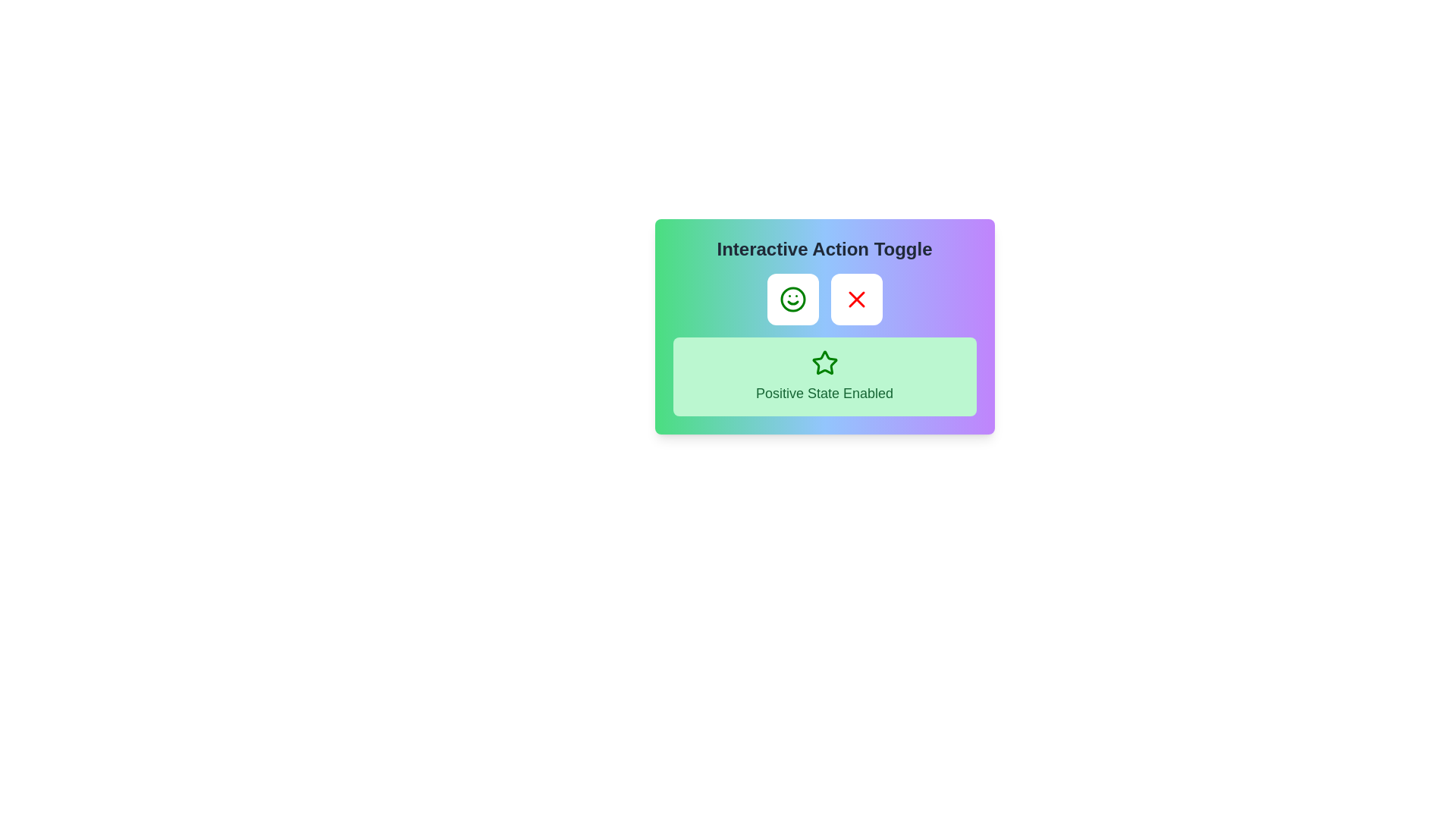 This screenshot has width=1456, height=819. What do you see at coordinates (856, 299) in the screenshot?
I see `the 'X' icon, which serves as a negative action indicator, located at the top section of a rectangular card to the right of a green smiley face icon` at bounding box center [856, 299].